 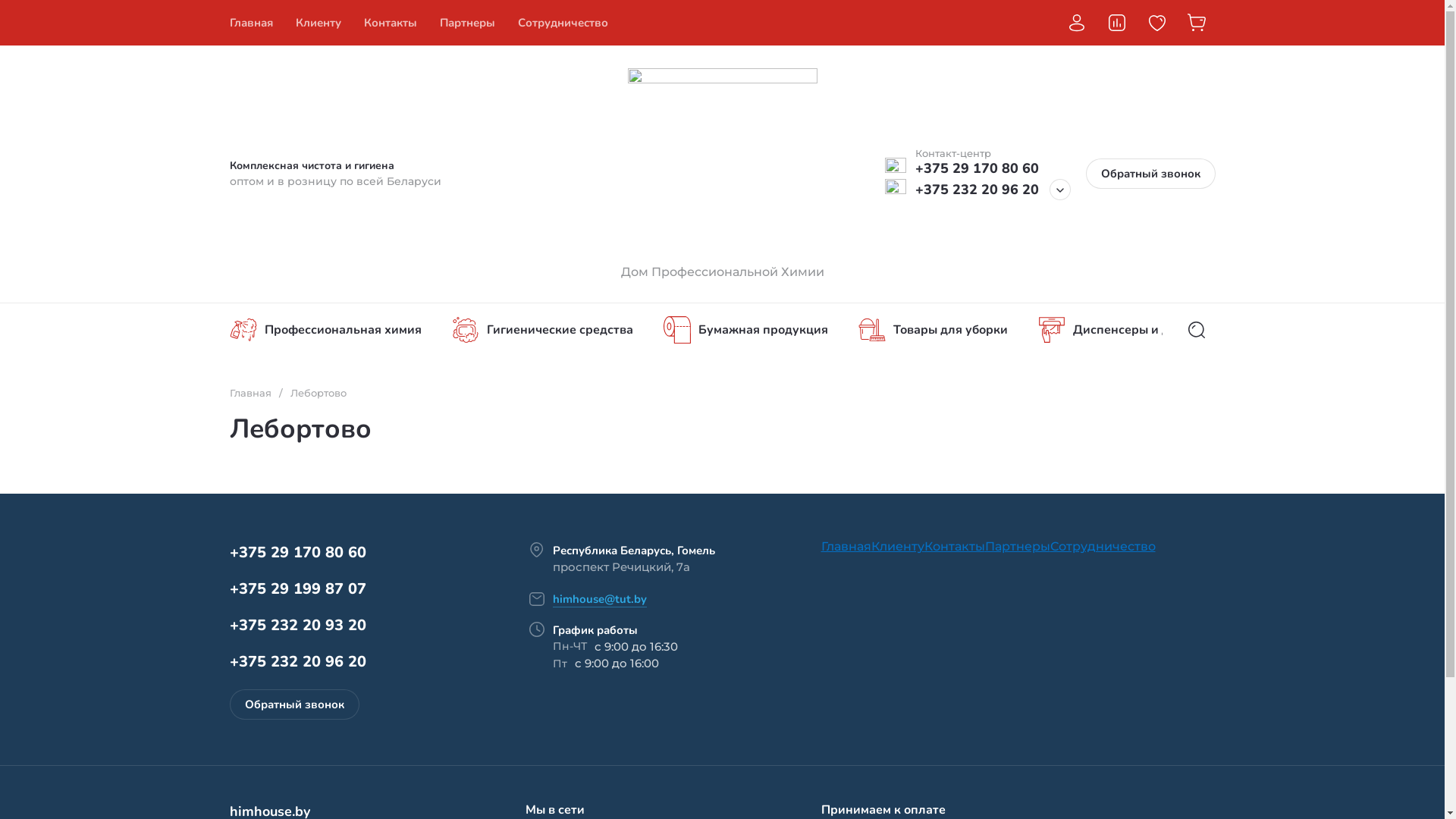 What do you see at coordinates (297, 661) in the screenshot?
I see `'+375 232 20 96 20'` at bounding box center [297, 661].